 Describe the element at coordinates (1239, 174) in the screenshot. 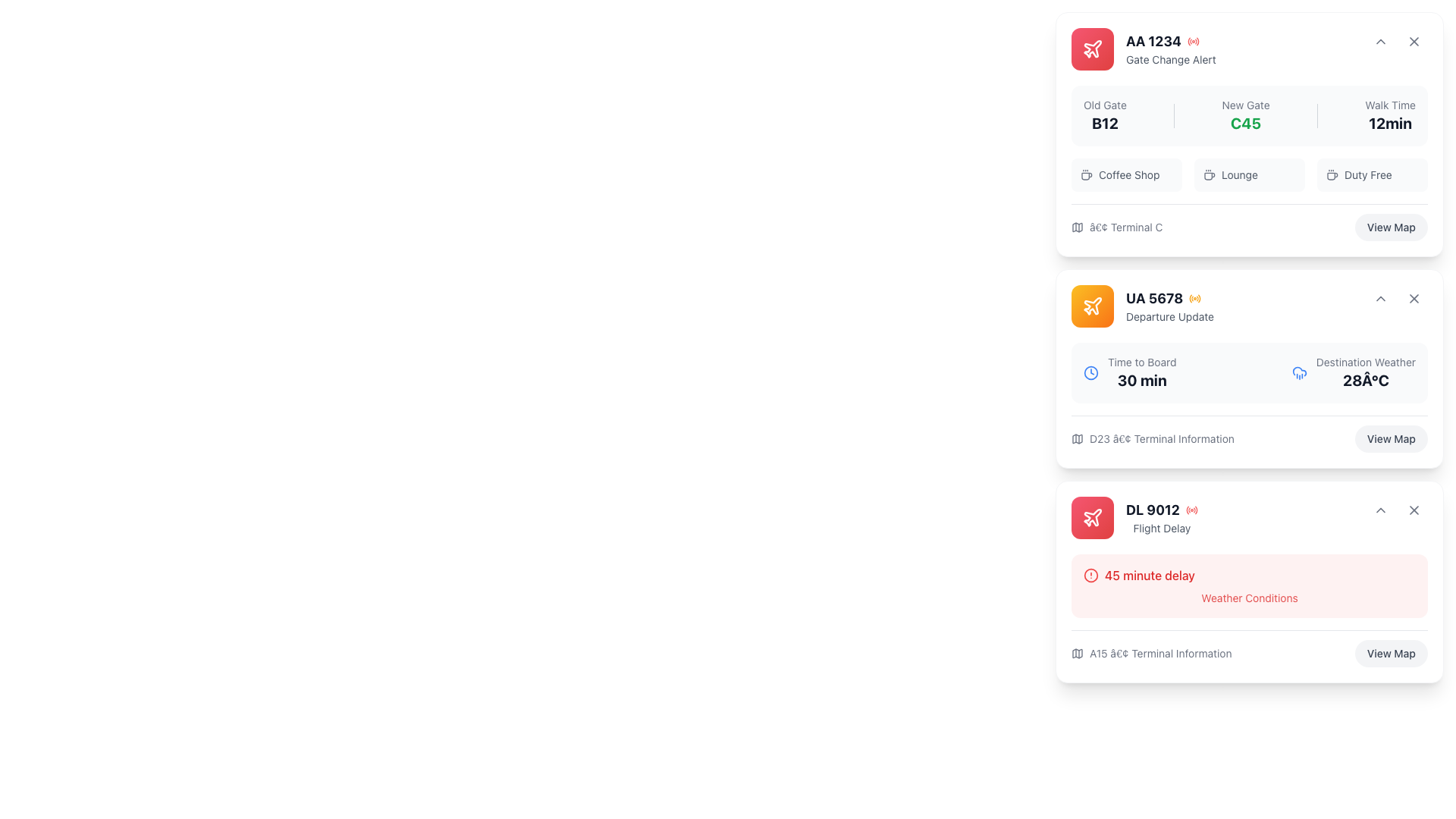

I see `the text element displaying the word 'Lounge', which is styled in gray and is centrally located in the top-most card of the right column, between a coffee cup icon and 'Duty Free'` at that location.